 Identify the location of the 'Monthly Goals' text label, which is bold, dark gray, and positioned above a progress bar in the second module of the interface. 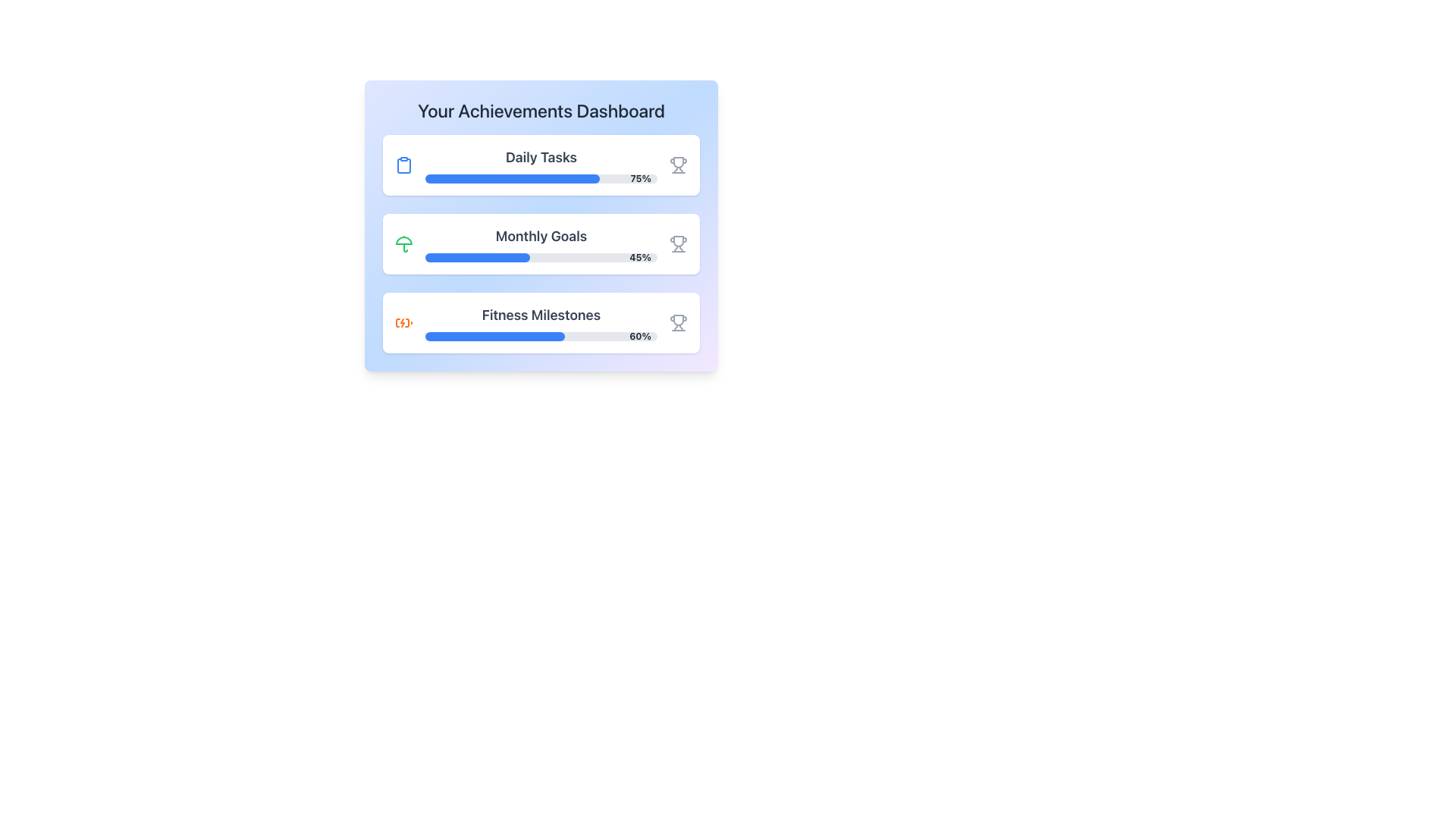
(541, 237).